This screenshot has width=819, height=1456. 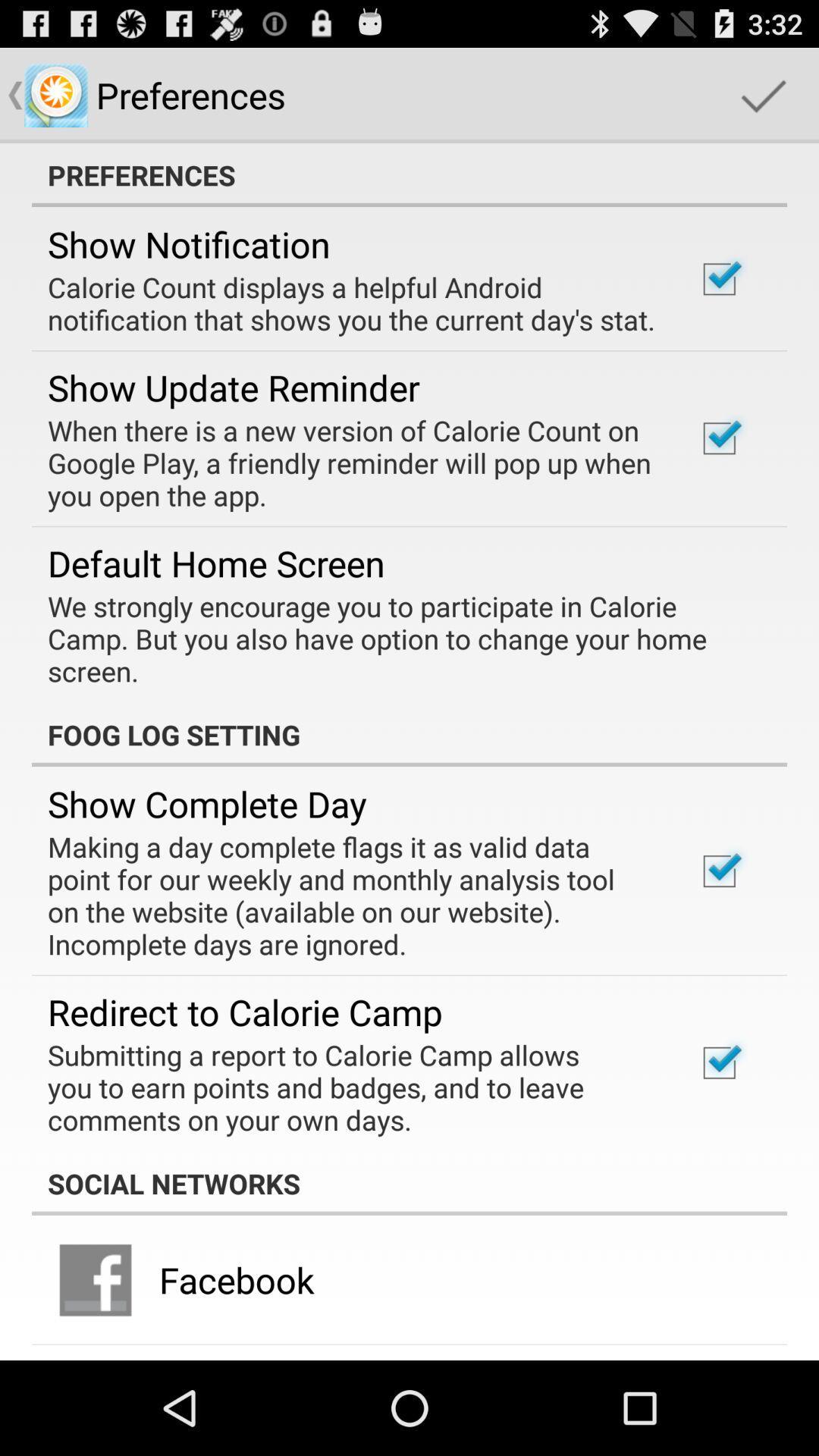 What do you see at coordinates (96, 1279) in the screenshot?
I see `the icon next to the facebook app` at bounding box center [96, 1279].